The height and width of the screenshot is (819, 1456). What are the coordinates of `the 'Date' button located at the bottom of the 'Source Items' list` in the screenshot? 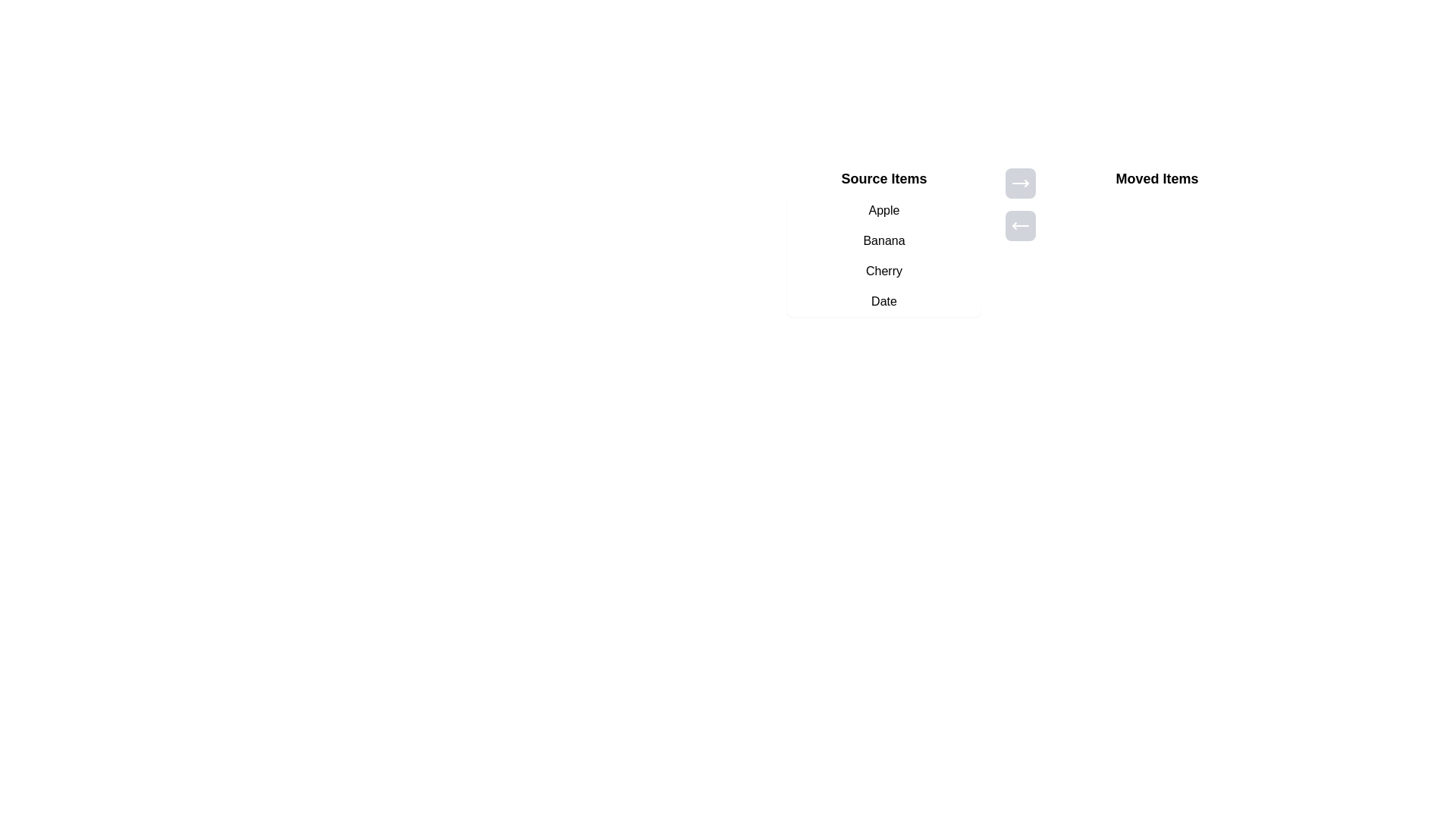 It's located at (884, 301).